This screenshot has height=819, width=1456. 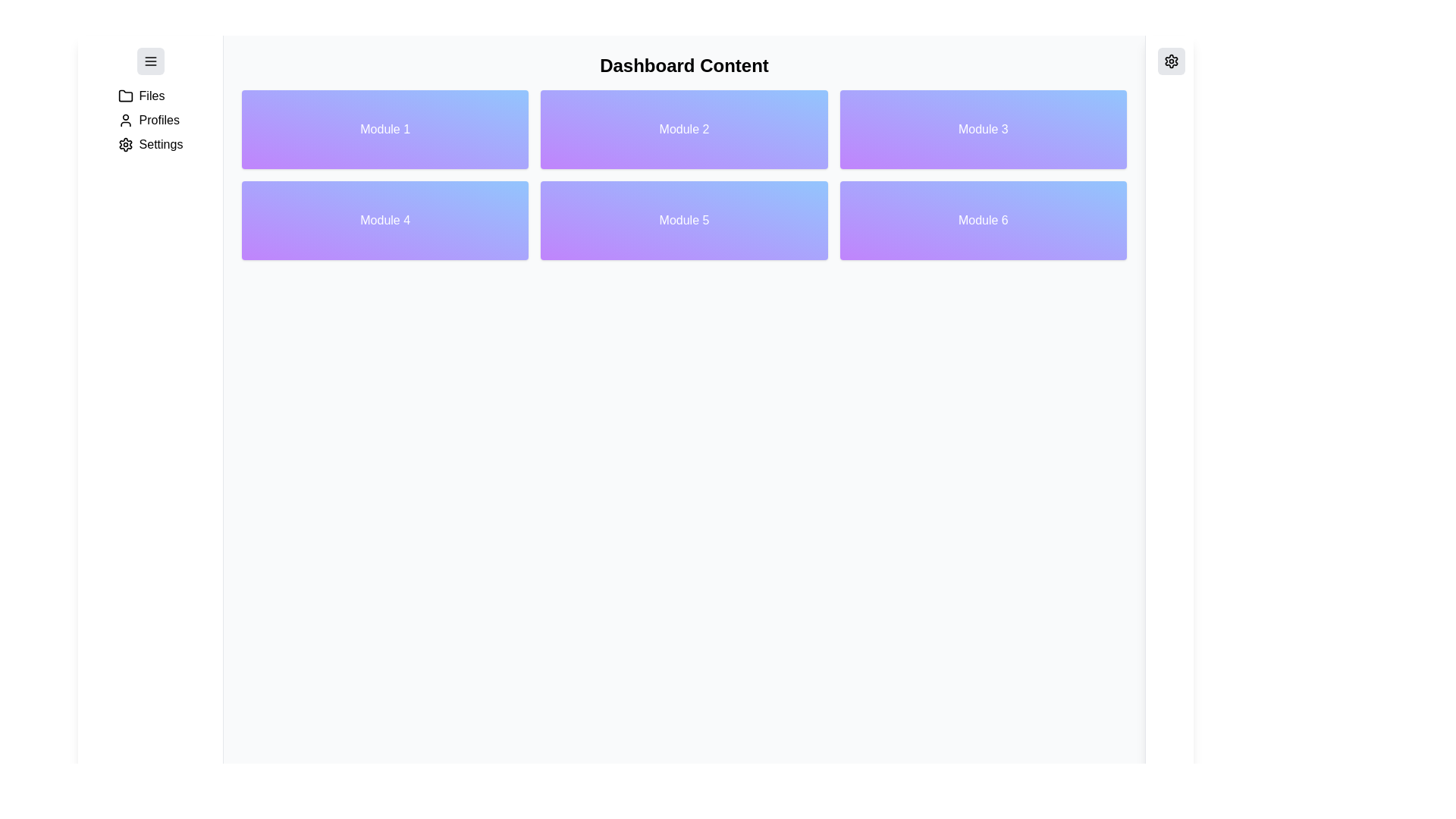 What do you see at coordinates (150, 145) in the screenshot?
I see `the 'Settings' button, which features a gear icon and is the third entry in the vertical sidebar list` at bounding box center [150, 145].